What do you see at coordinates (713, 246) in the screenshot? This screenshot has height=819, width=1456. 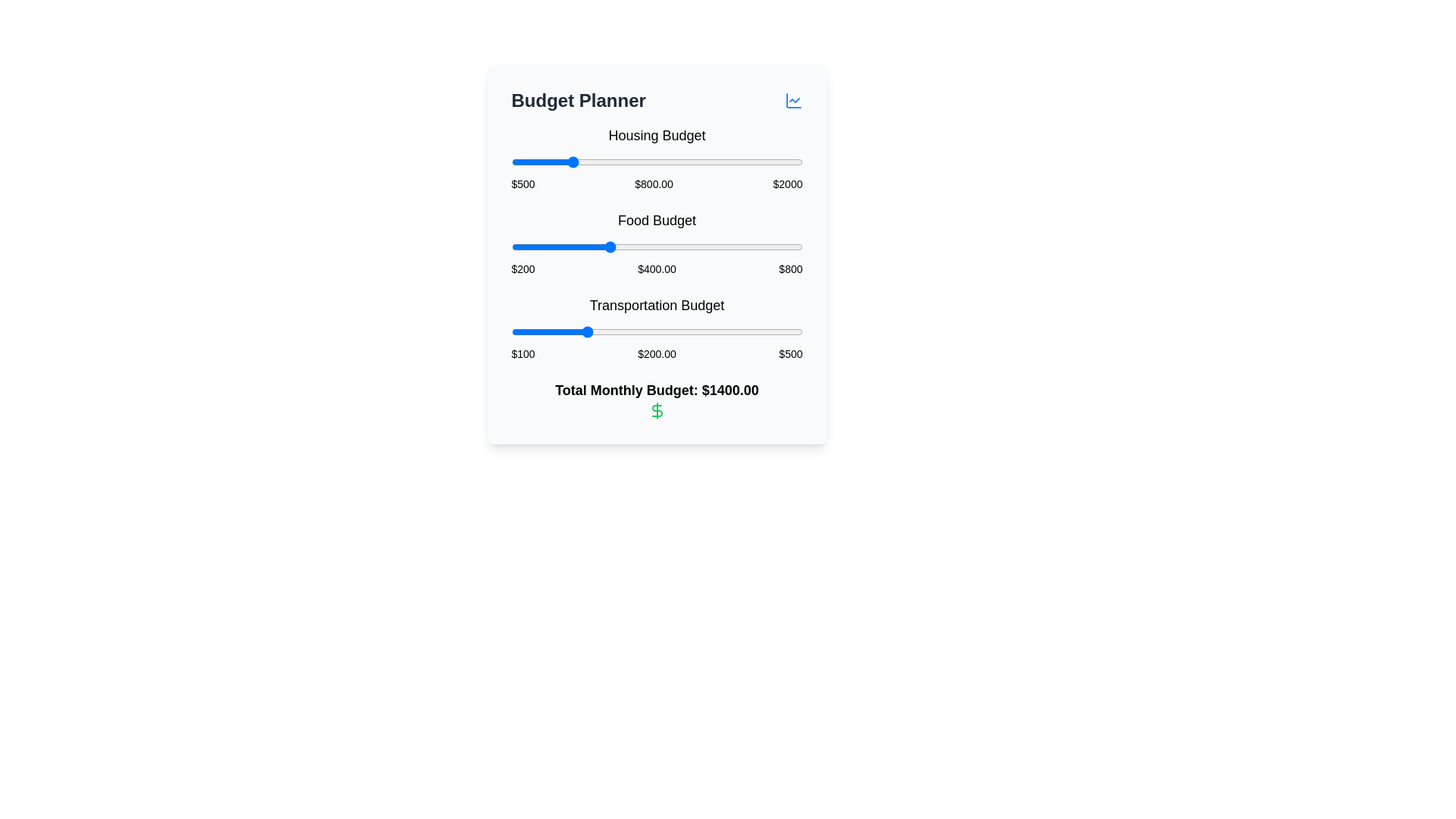 I see `the Food Budget slider value` at bounding box center [713, 246].